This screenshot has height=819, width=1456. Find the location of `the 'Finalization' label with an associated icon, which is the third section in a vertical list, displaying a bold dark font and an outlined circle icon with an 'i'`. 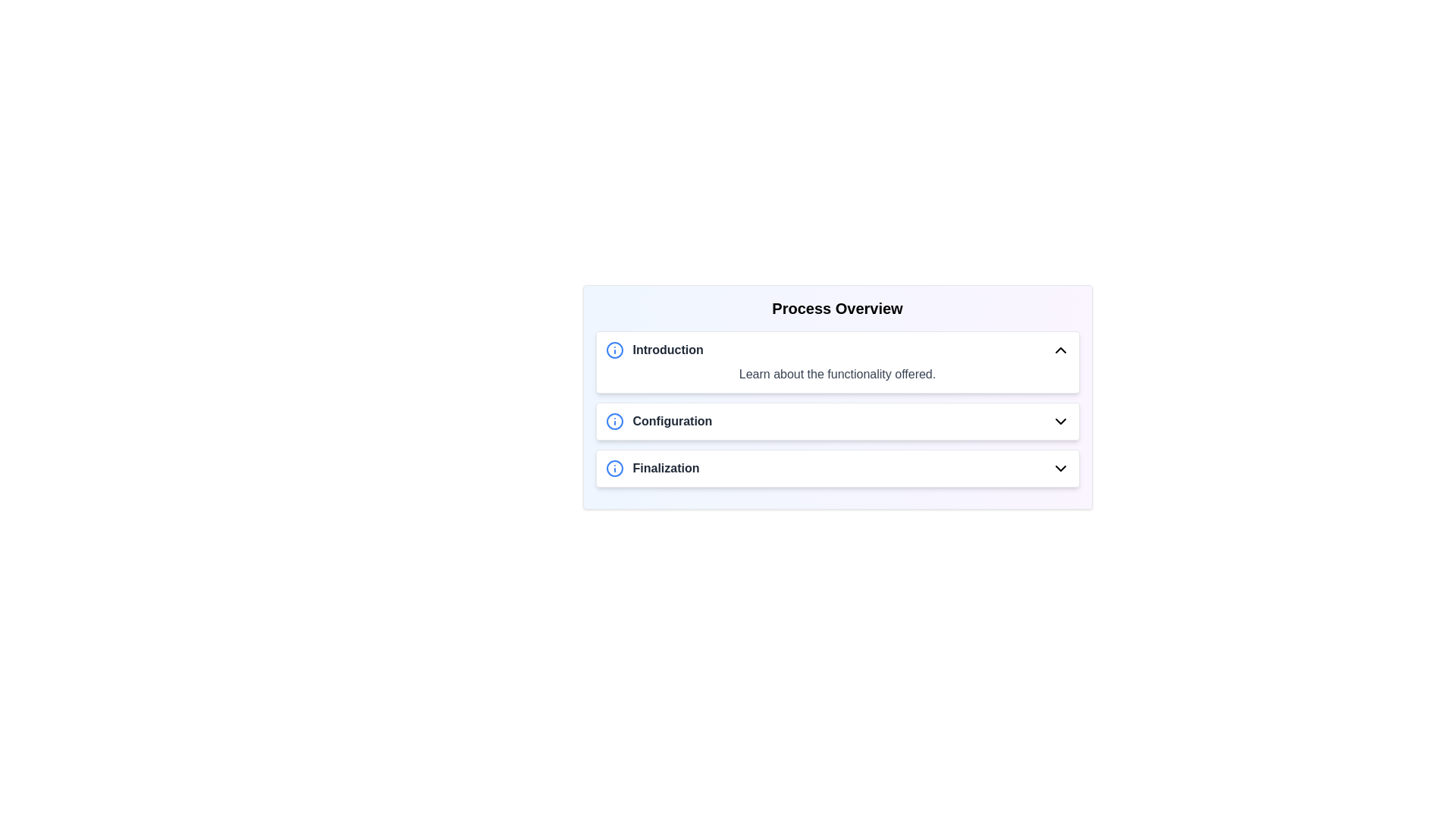

the 'Finalization' label with an associated icon, which is the third section in a vertical list, displaying a bold dark font and an outlined circle icon with an 'i' is located at coordinates (652, 467).